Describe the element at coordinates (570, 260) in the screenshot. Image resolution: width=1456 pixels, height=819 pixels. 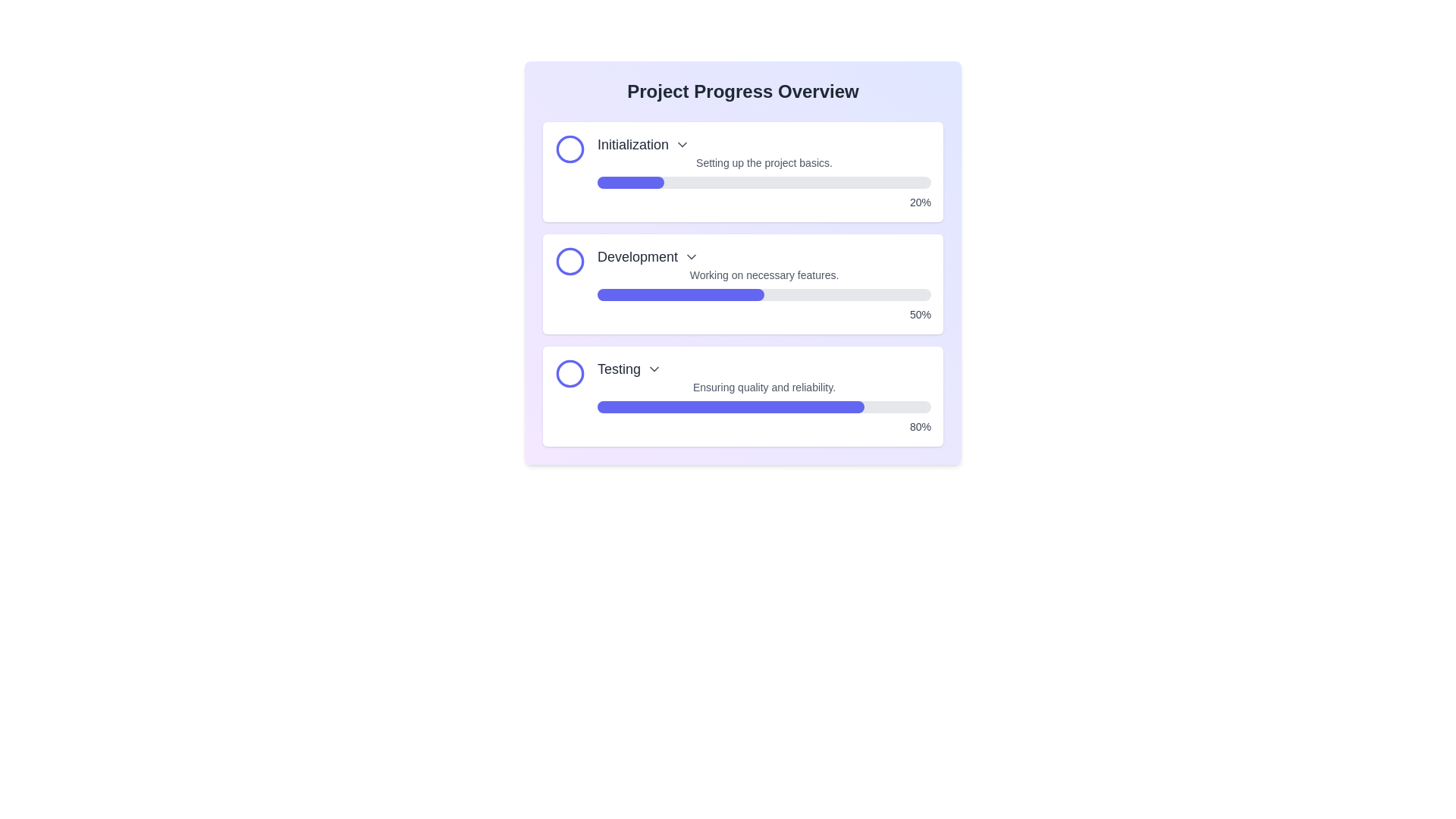
I see `the graphical marker icon located to the left of the 'Development' text in the 'Development' section, indicating current section focus or status` at that location.